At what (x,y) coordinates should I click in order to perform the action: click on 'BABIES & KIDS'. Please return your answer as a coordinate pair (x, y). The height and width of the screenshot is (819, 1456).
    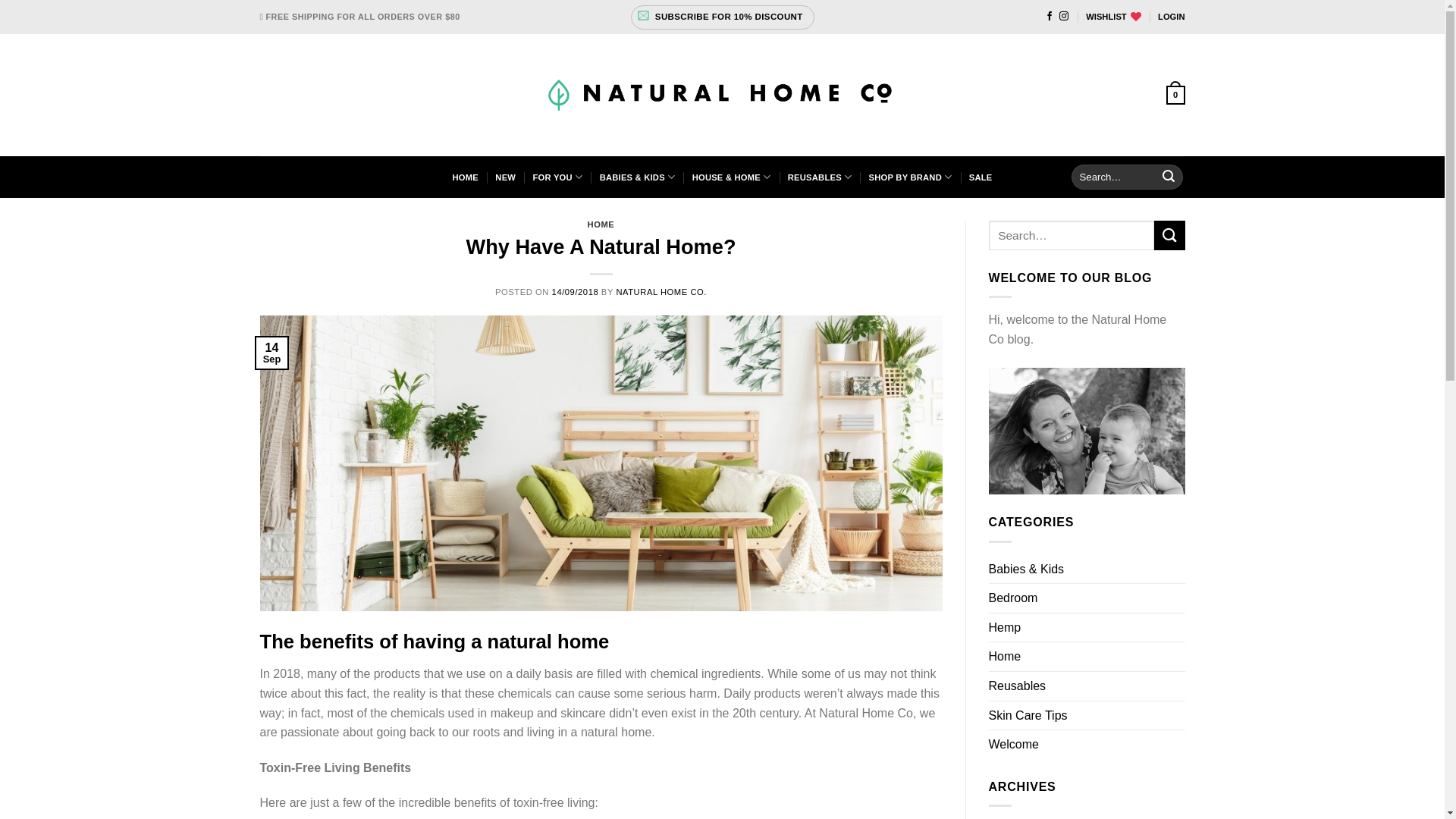
    Looking at the image, I should click on (637, 176).